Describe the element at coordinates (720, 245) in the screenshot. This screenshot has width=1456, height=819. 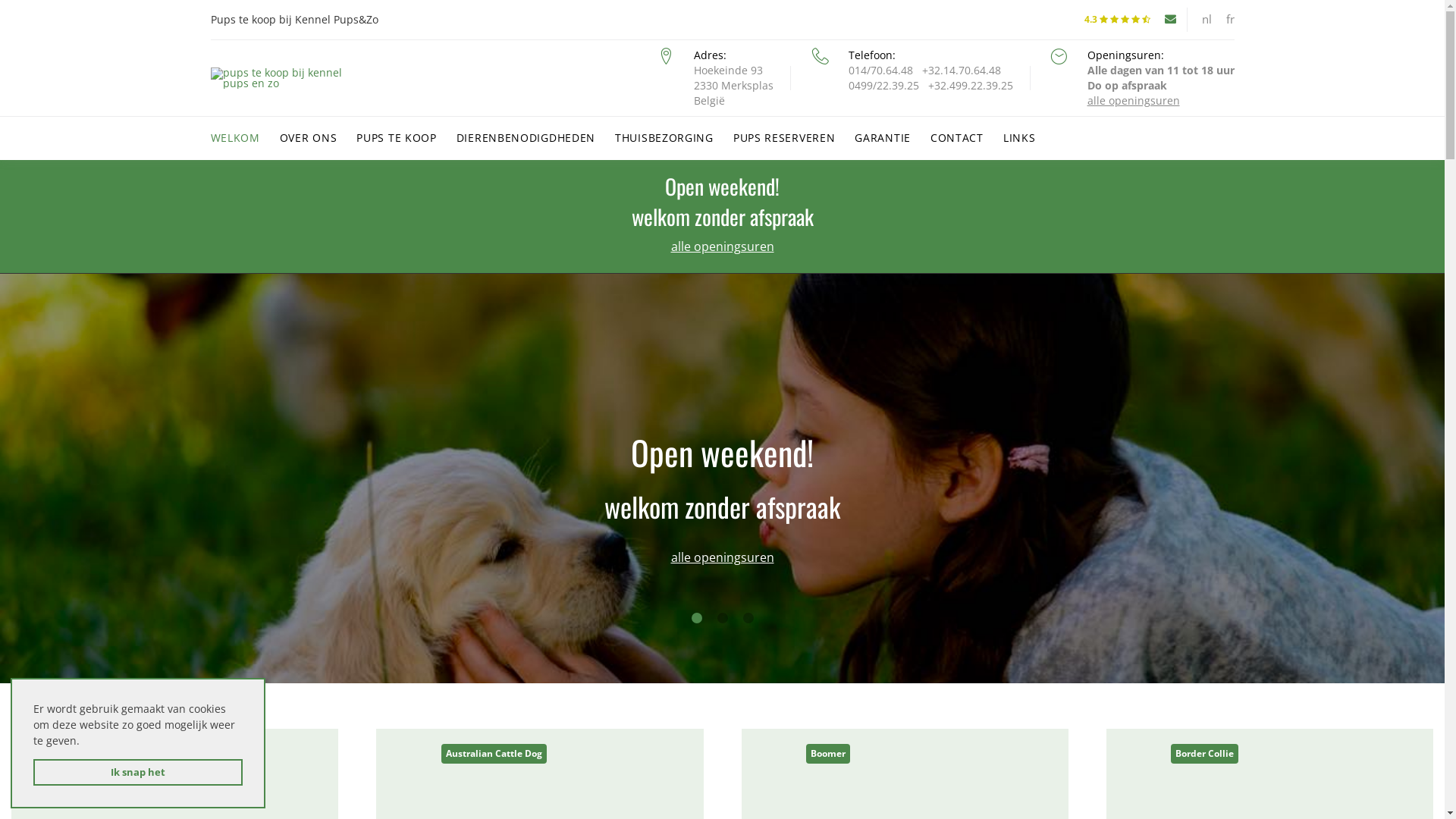
I see `'alle openingsuren'` at that location.